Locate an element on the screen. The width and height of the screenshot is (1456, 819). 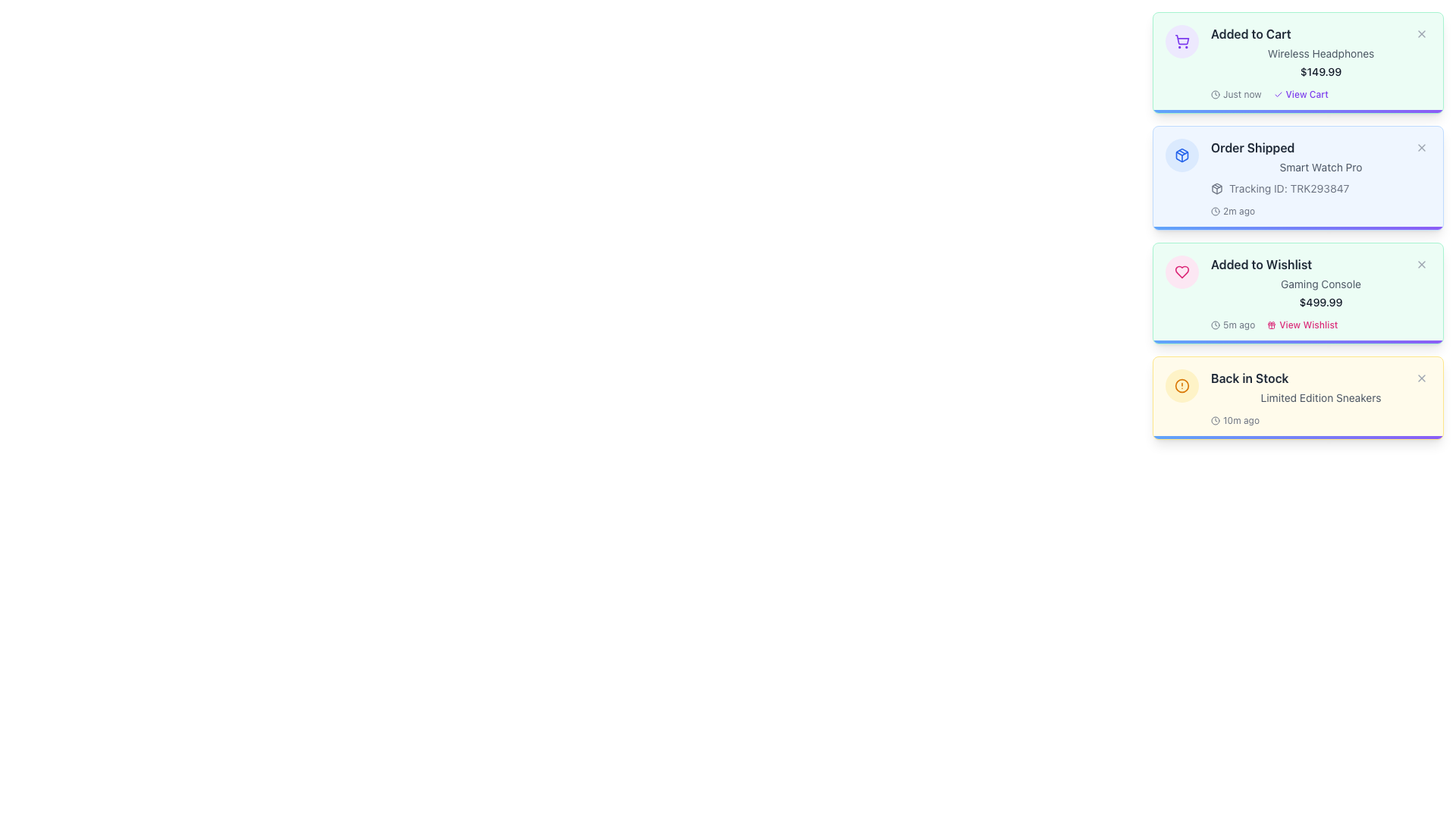
the circular icon with thin borders located within the 'Back in Stock' notification card is located at coordinates (1216, 421).